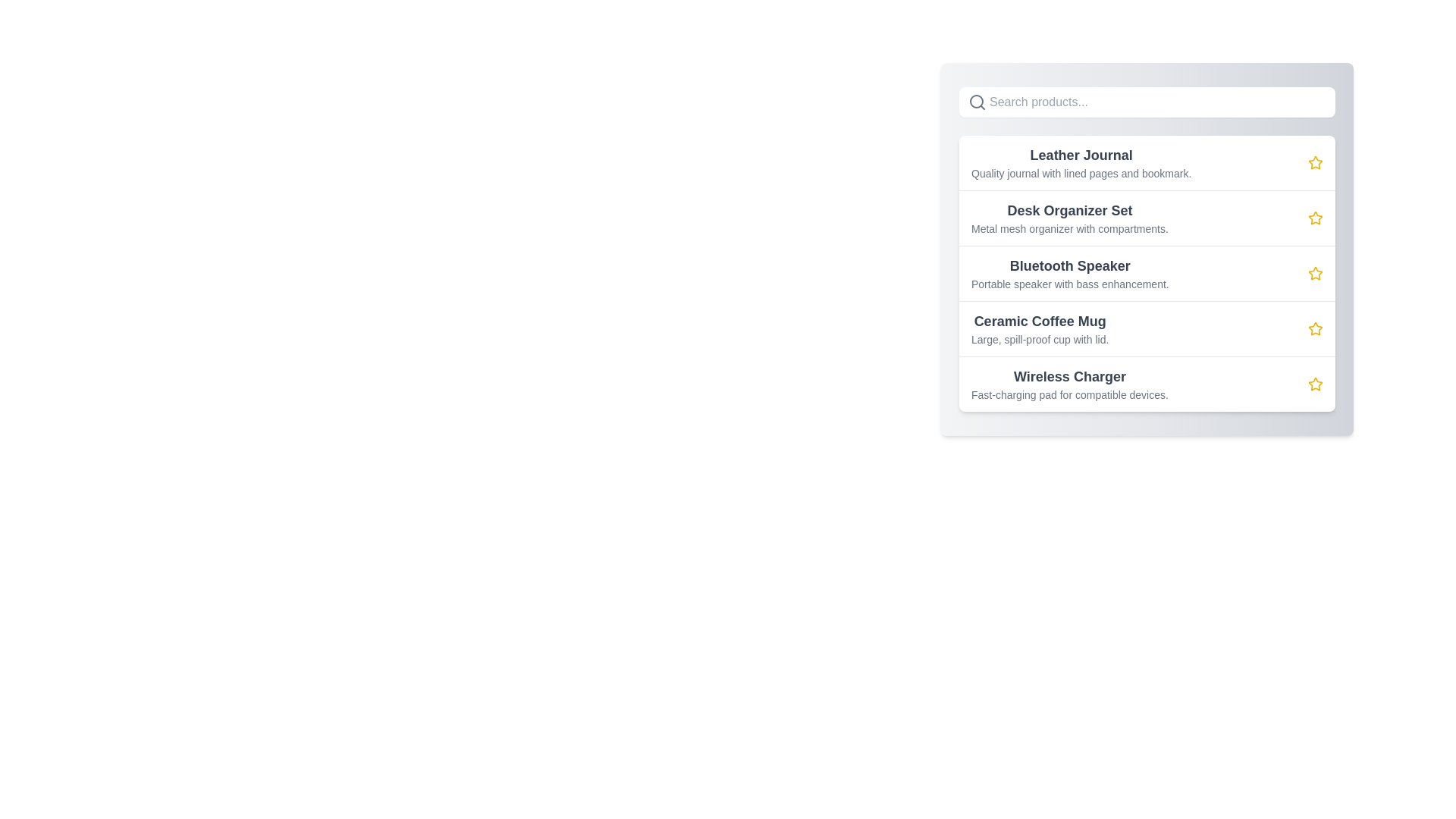 The height and width of the screenshot is (819, 1456). What do you see at coordinates (1039, 321) in the screenshot?
I see `the text label reading 'Ceramic Coffee Mug', which is styled with a large, bold font and dark gray color, located prominently in the third row of a vertically arranged list` at bounding box center [1039, 321].